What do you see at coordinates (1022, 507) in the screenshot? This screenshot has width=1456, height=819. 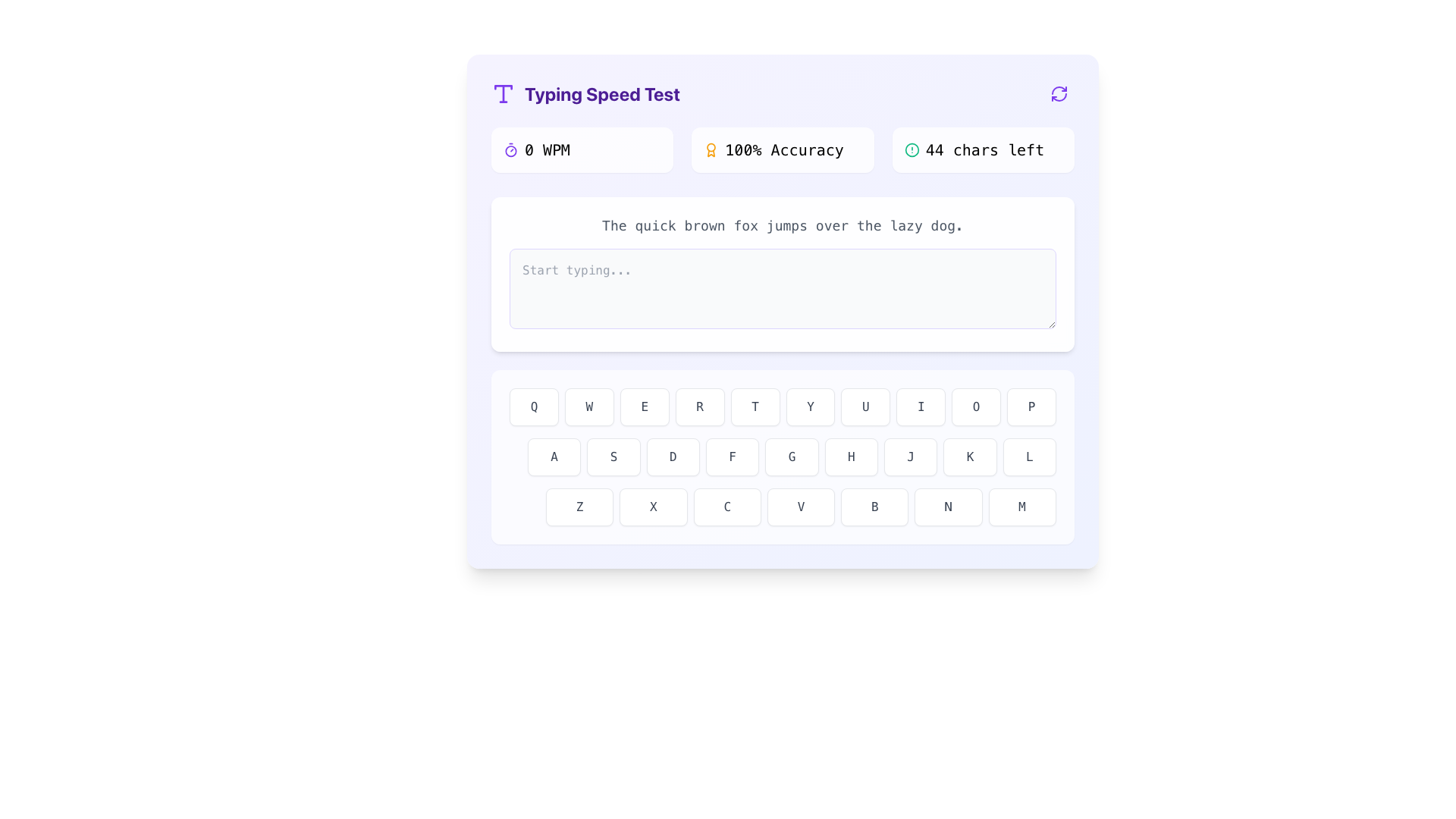 I see `the 'M' key in the virtual keyboard layout, which is the last key on the bottom-most row` at bounding box center [1022, 507].